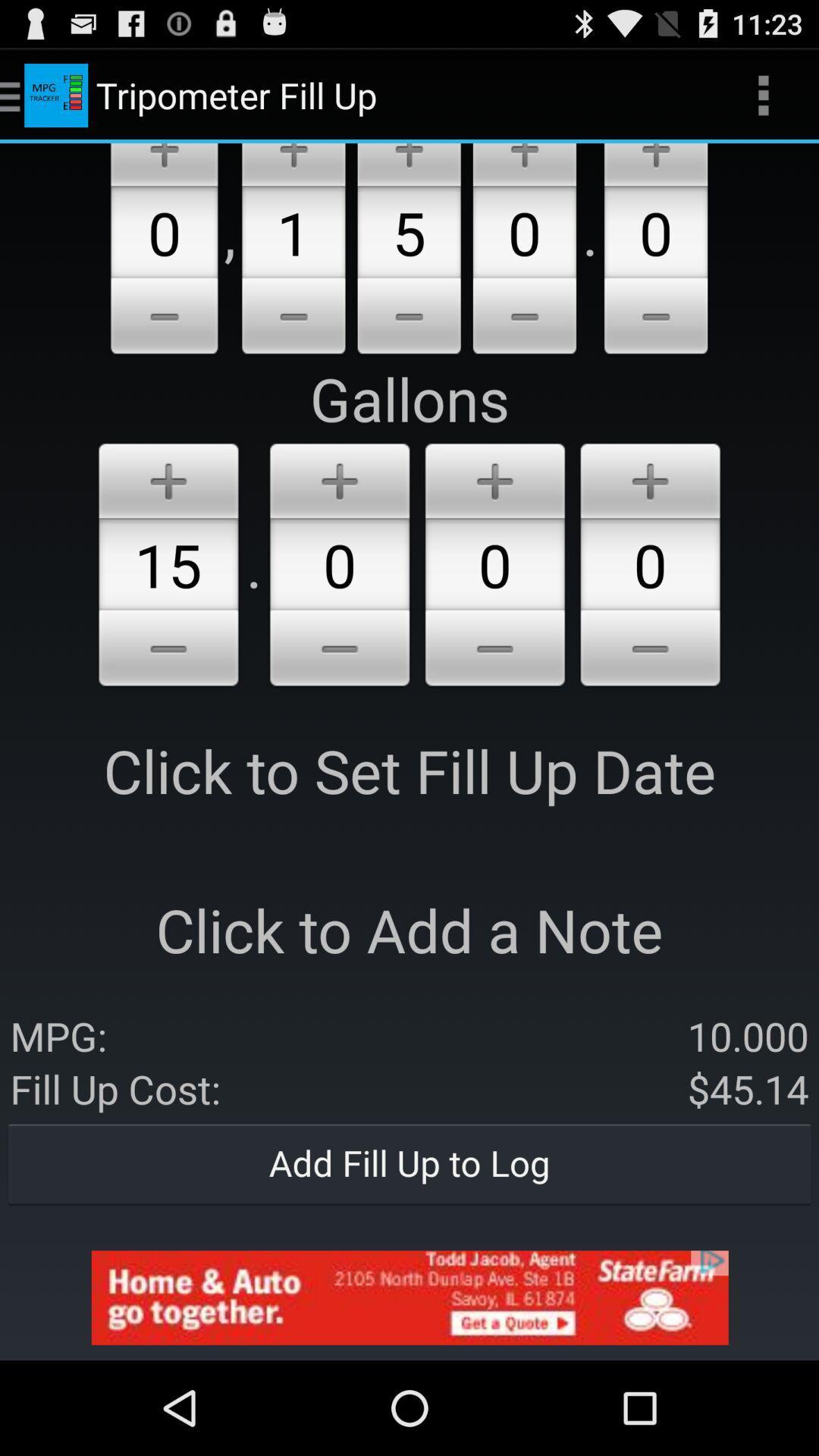 This screenshot has width=819, height=1456. Describe the element at coordinates (523, 165) in the screenshot. I see `increase number` at that location.